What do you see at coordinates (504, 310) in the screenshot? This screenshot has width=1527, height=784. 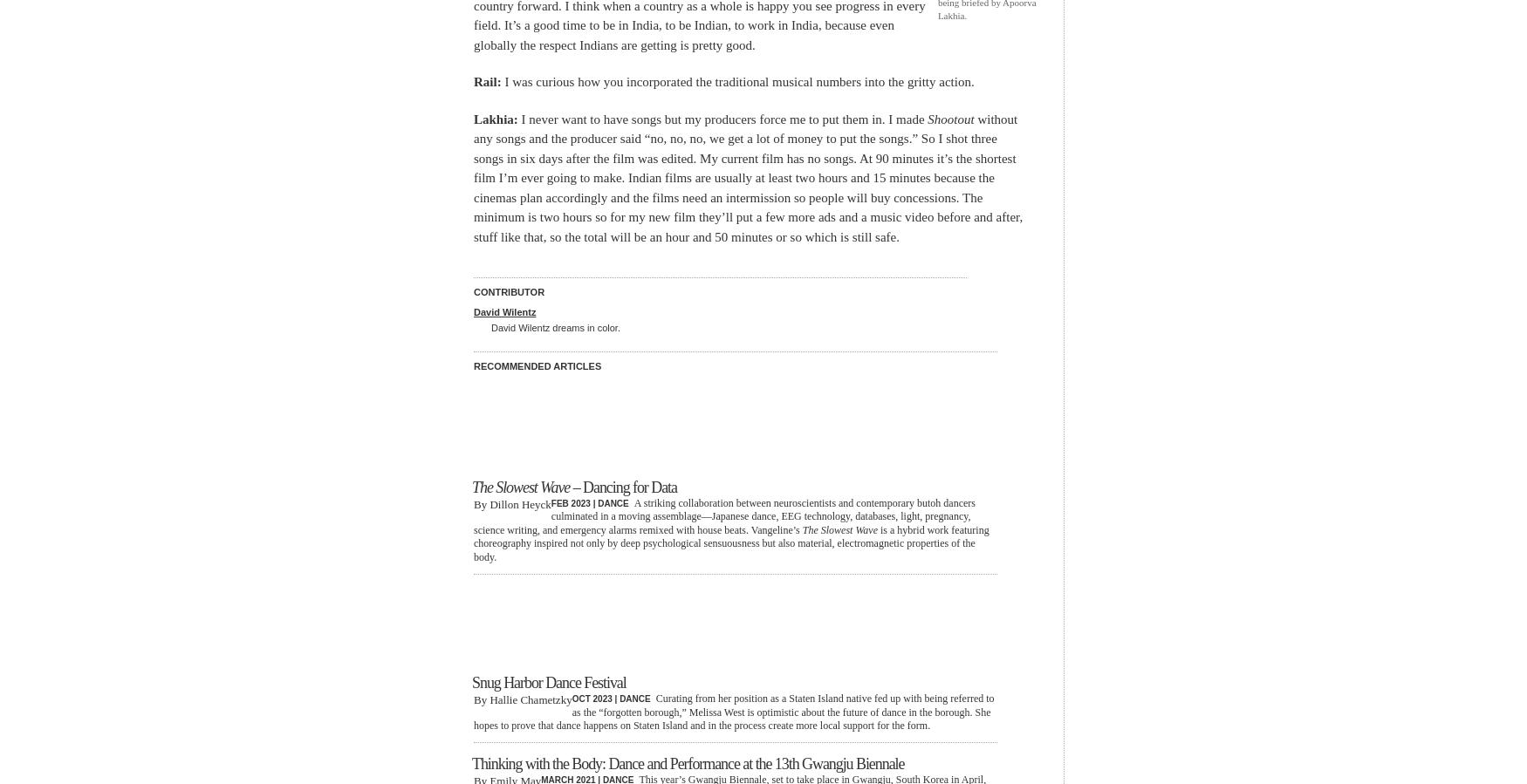 I see `'David Wilentz'` at bounding box center [504, 310].